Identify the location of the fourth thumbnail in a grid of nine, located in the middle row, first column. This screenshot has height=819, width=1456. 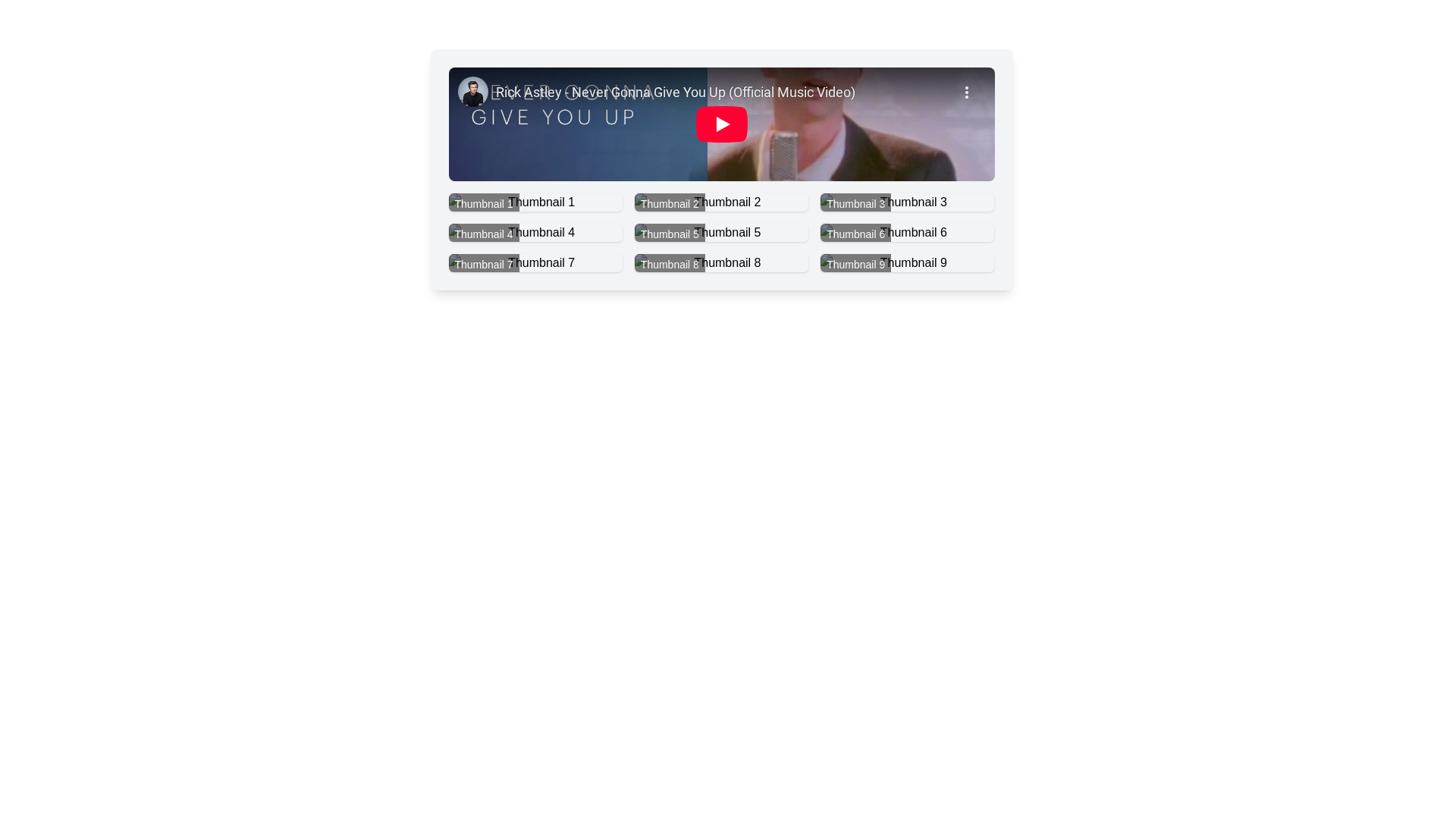
(535, 233).